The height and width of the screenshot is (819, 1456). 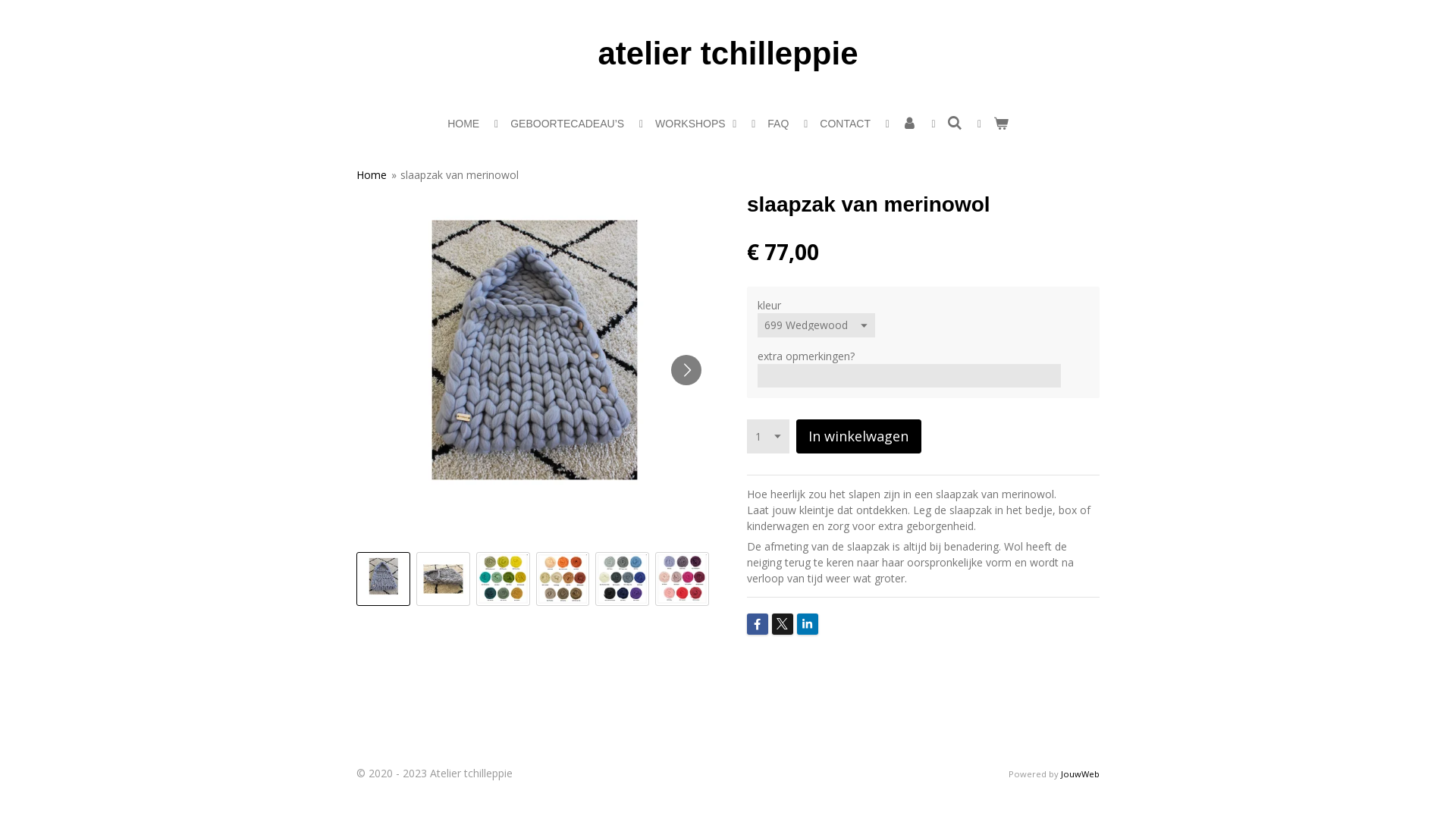 I want to click on 'JouwWeb', so click(x=1079, y=773).